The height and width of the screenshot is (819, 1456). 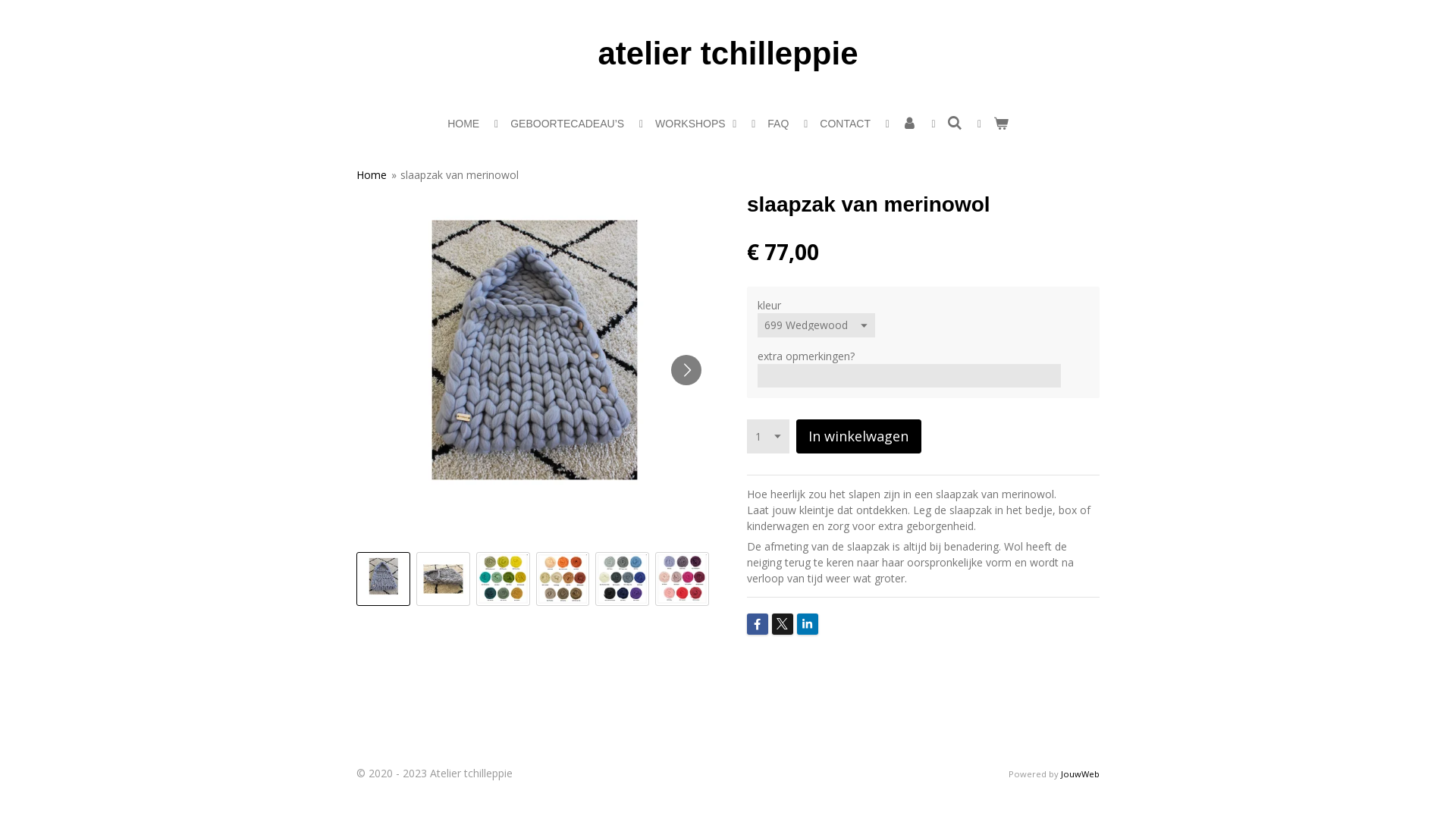 I want to click on 'JouwWeb', so click(x=1079, y=773).